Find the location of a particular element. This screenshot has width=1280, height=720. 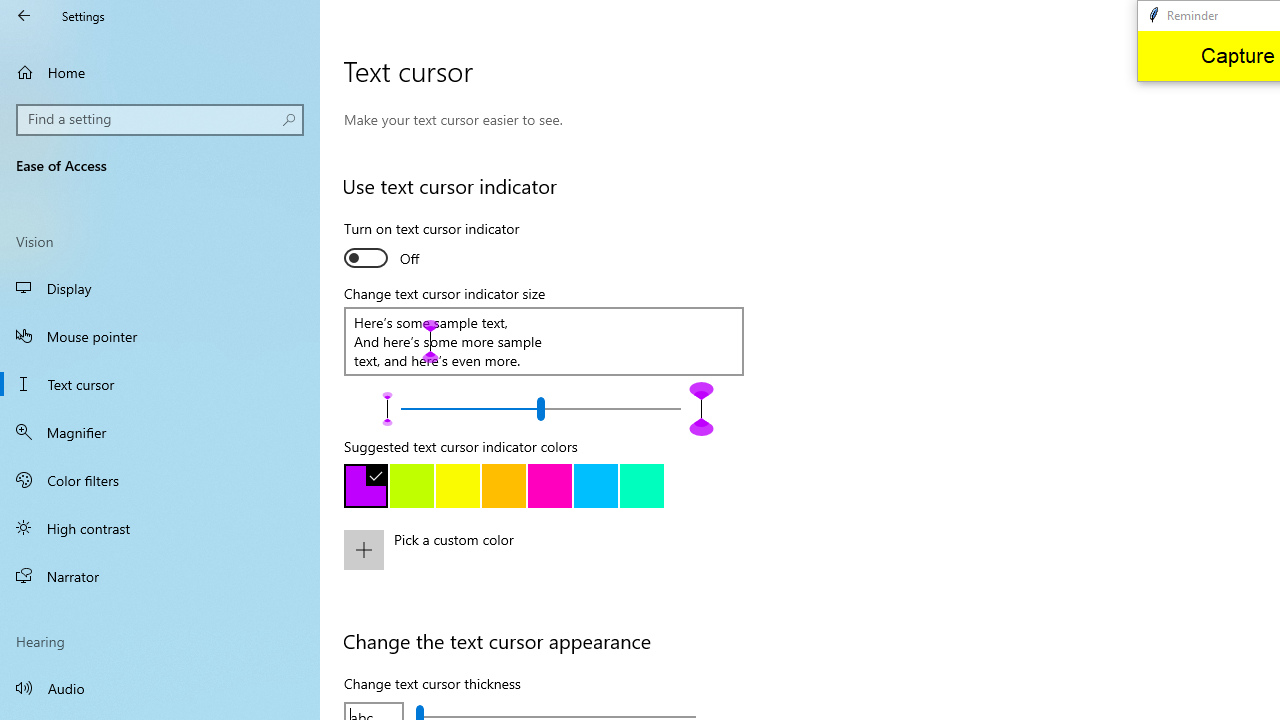

'Turn on text cursor indicator' is located at coordinates (431, 245).